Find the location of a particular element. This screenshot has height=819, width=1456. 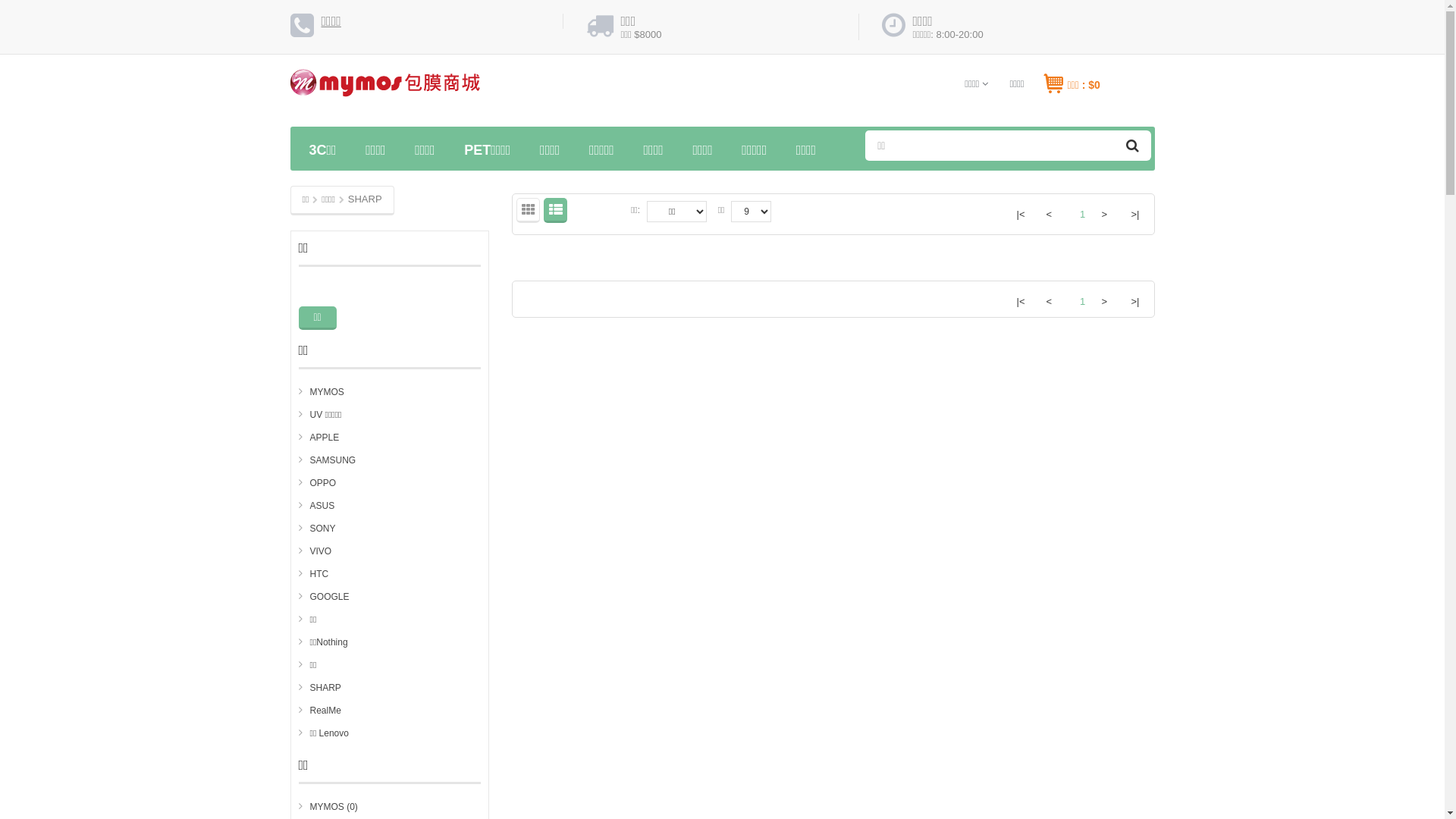

'SAMSUNG' is located at coordinates (327, 459).